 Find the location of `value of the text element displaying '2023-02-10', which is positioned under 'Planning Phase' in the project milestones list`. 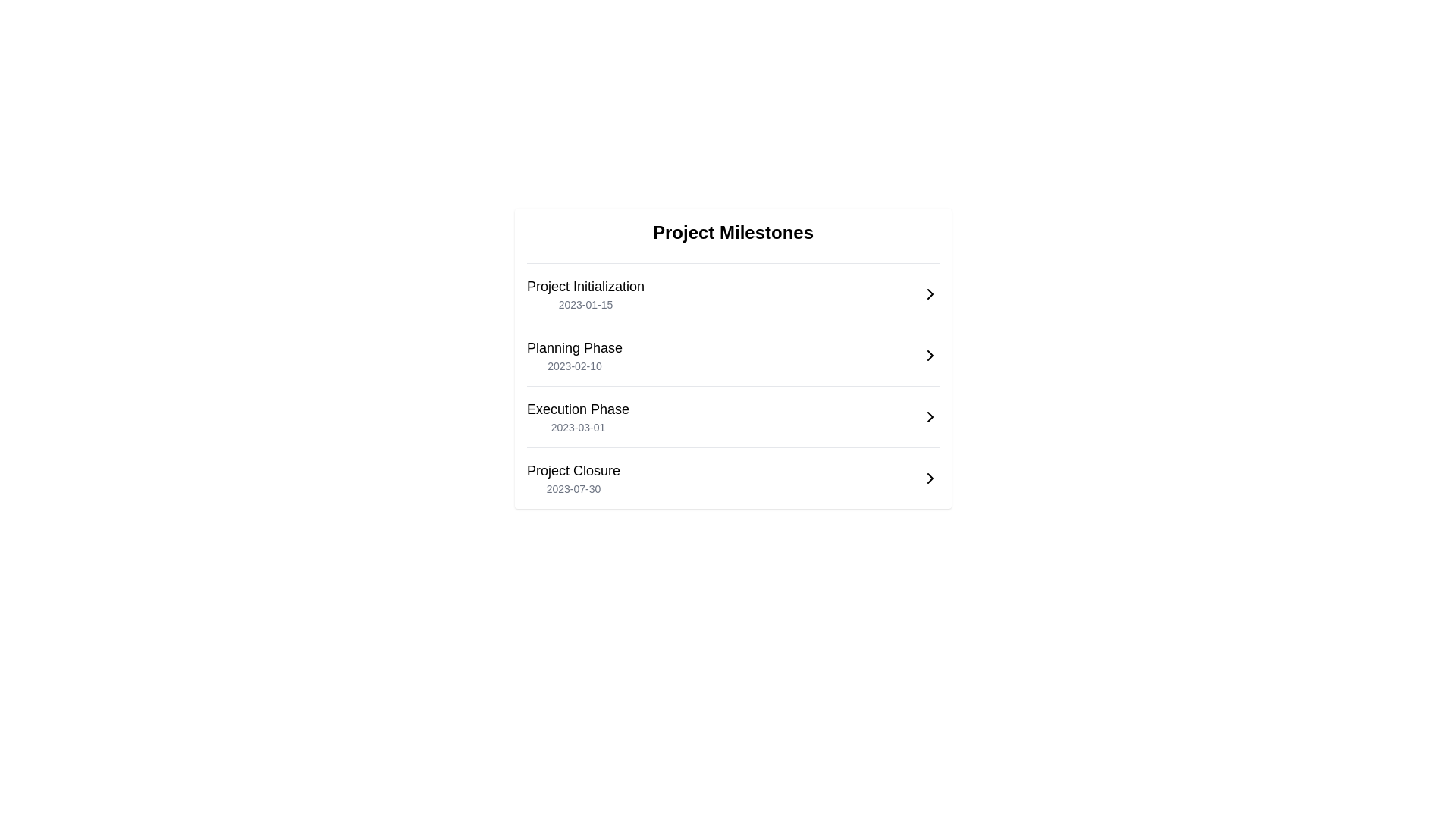

value of the text element displaying '2023-02-10', which is positioned under 'Planning Phase' in the project milestones list is located at coordinates (574, 366).